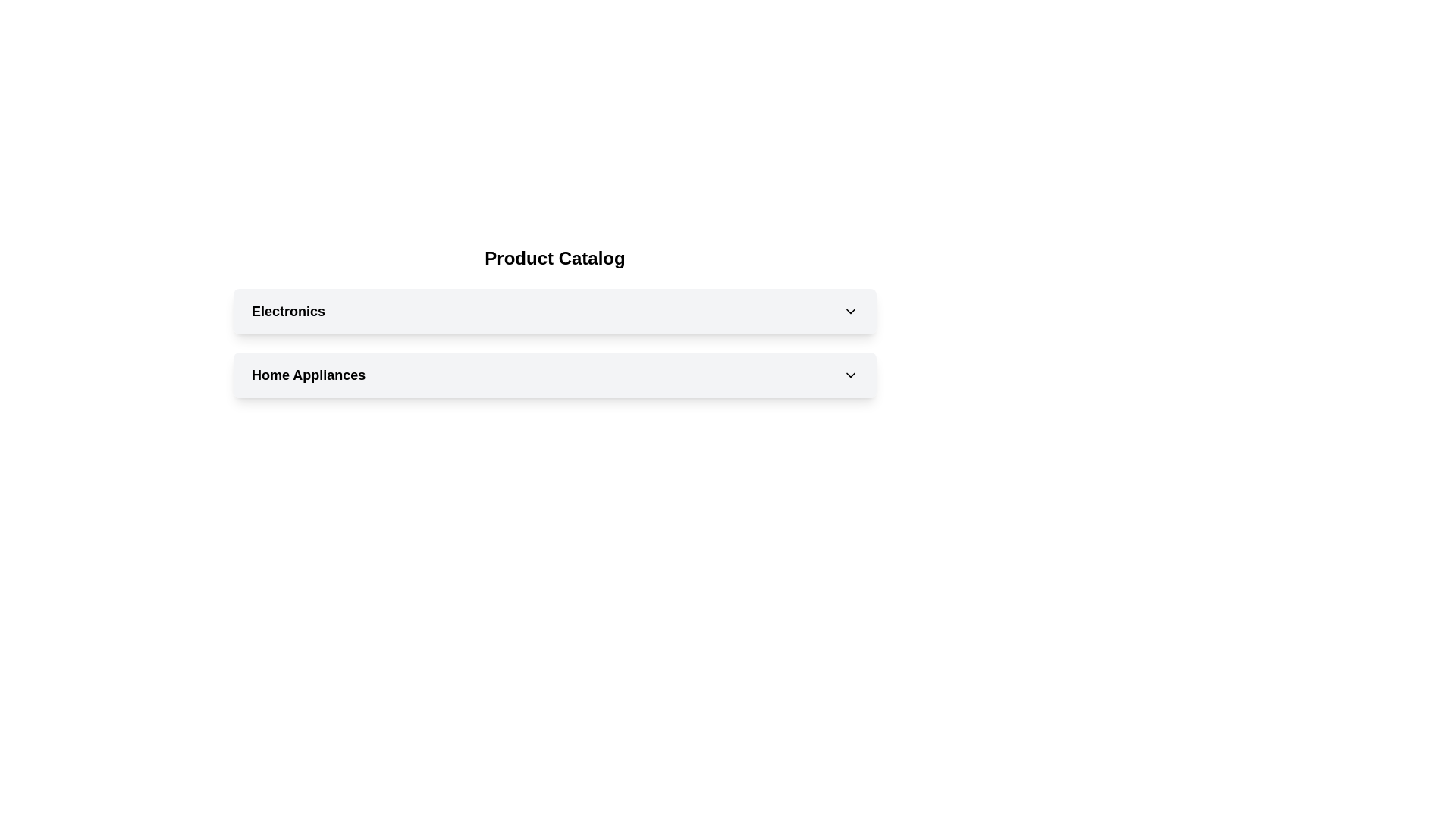 The height and width of the screenshot is (819, 1456). What do you see at coordinates (308, 375) in the screenshot?
I see `the 'Home Appliances' text label by moving the cursor to its center point for interaction` at bounding box center [308, 375].